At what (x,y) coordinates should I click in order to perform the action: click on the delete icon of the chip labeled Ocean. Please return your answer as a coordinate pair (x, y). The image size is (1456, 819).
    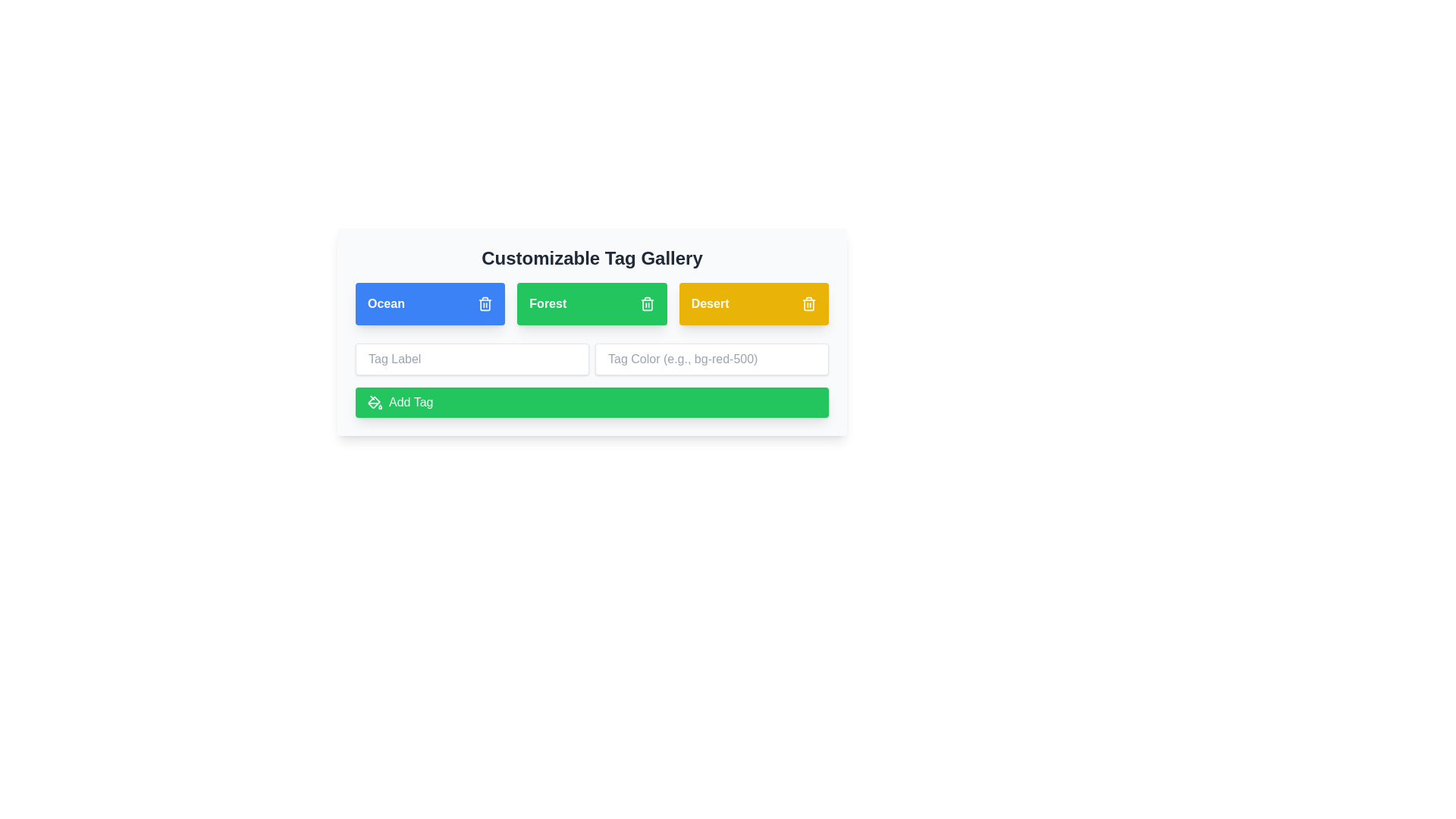
    Looking at the image, I should click on (485, 304).